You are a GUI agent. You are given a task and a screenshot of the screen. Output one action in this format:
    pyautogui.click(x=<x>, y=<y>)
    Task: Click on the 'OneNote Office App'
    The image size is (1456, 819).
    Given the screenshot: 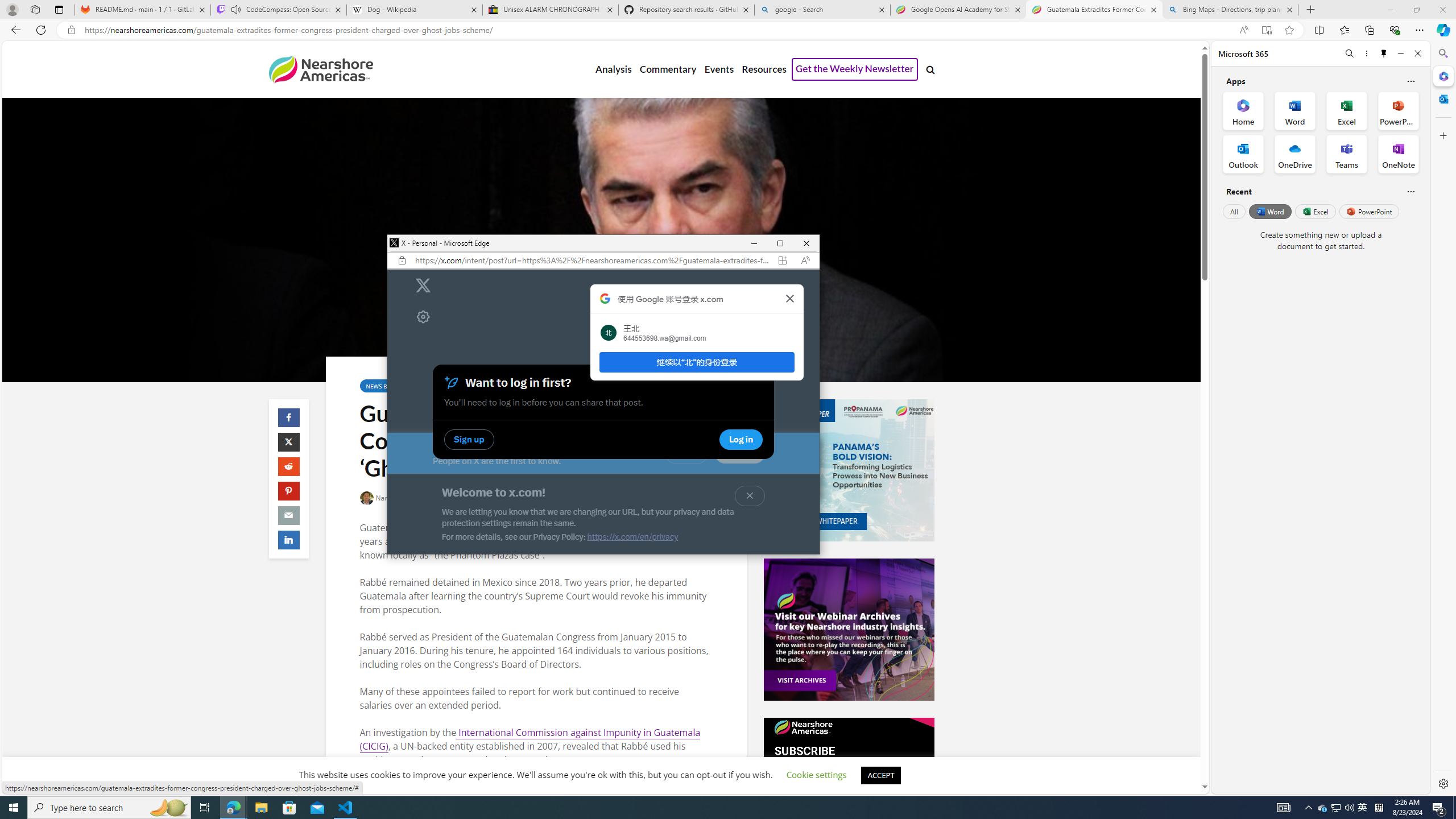 What is the action you would take?
    pyautogui.click(x=1398, y=154)
    